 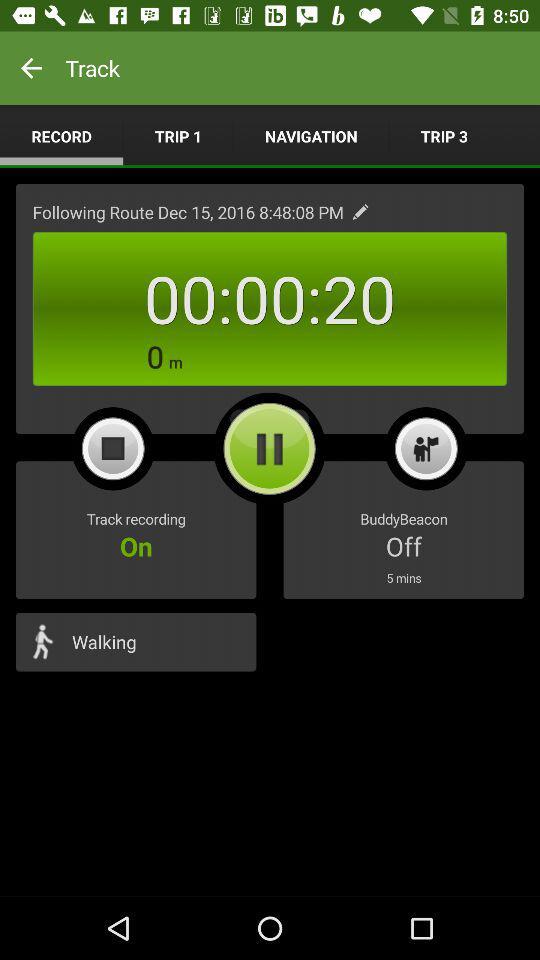 I want to click on the trip 1 item, so click(x=178, y=135).